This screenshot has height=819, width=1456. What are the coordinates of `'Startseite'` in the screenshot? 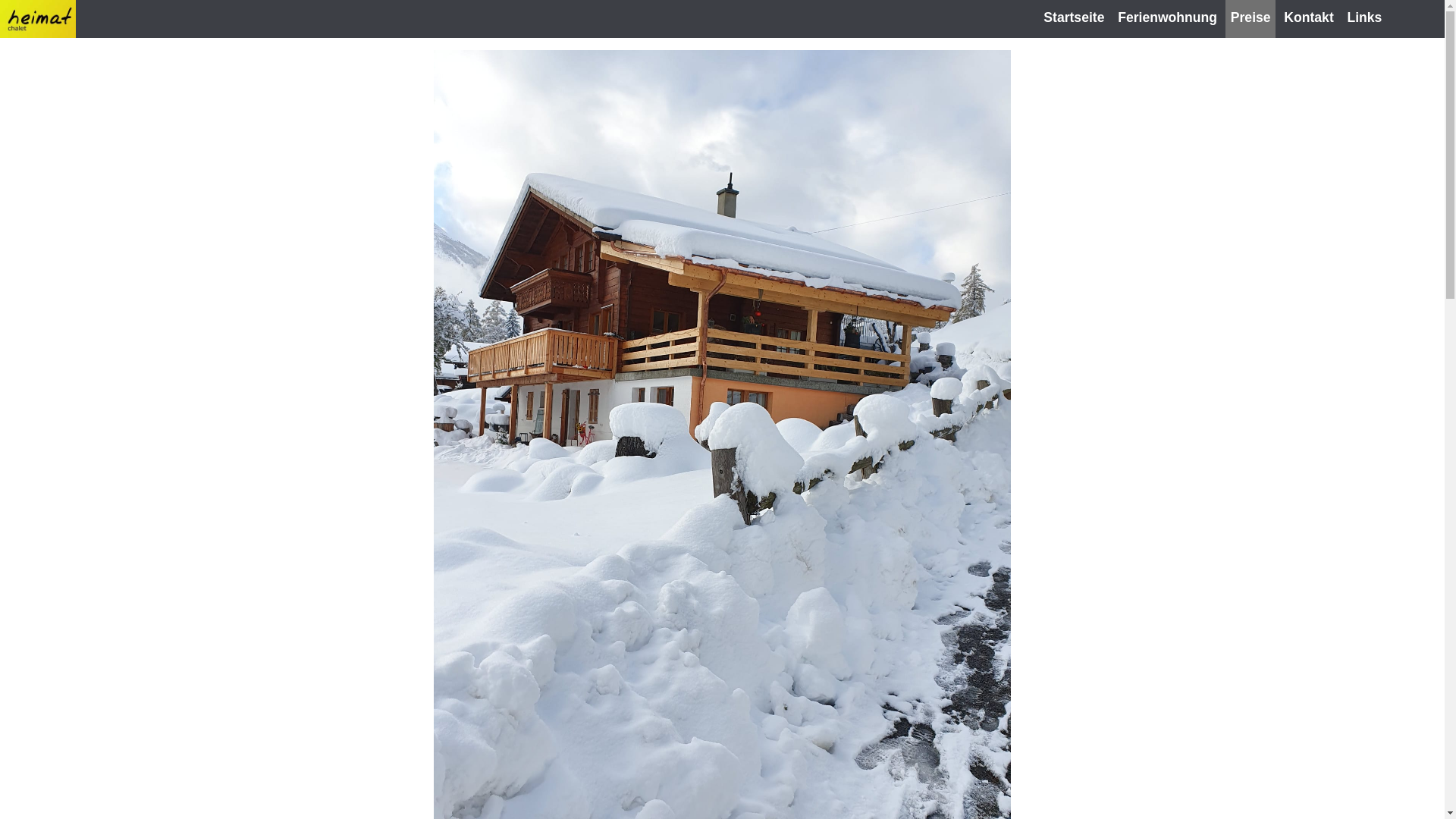 It's located at (1073, 17).